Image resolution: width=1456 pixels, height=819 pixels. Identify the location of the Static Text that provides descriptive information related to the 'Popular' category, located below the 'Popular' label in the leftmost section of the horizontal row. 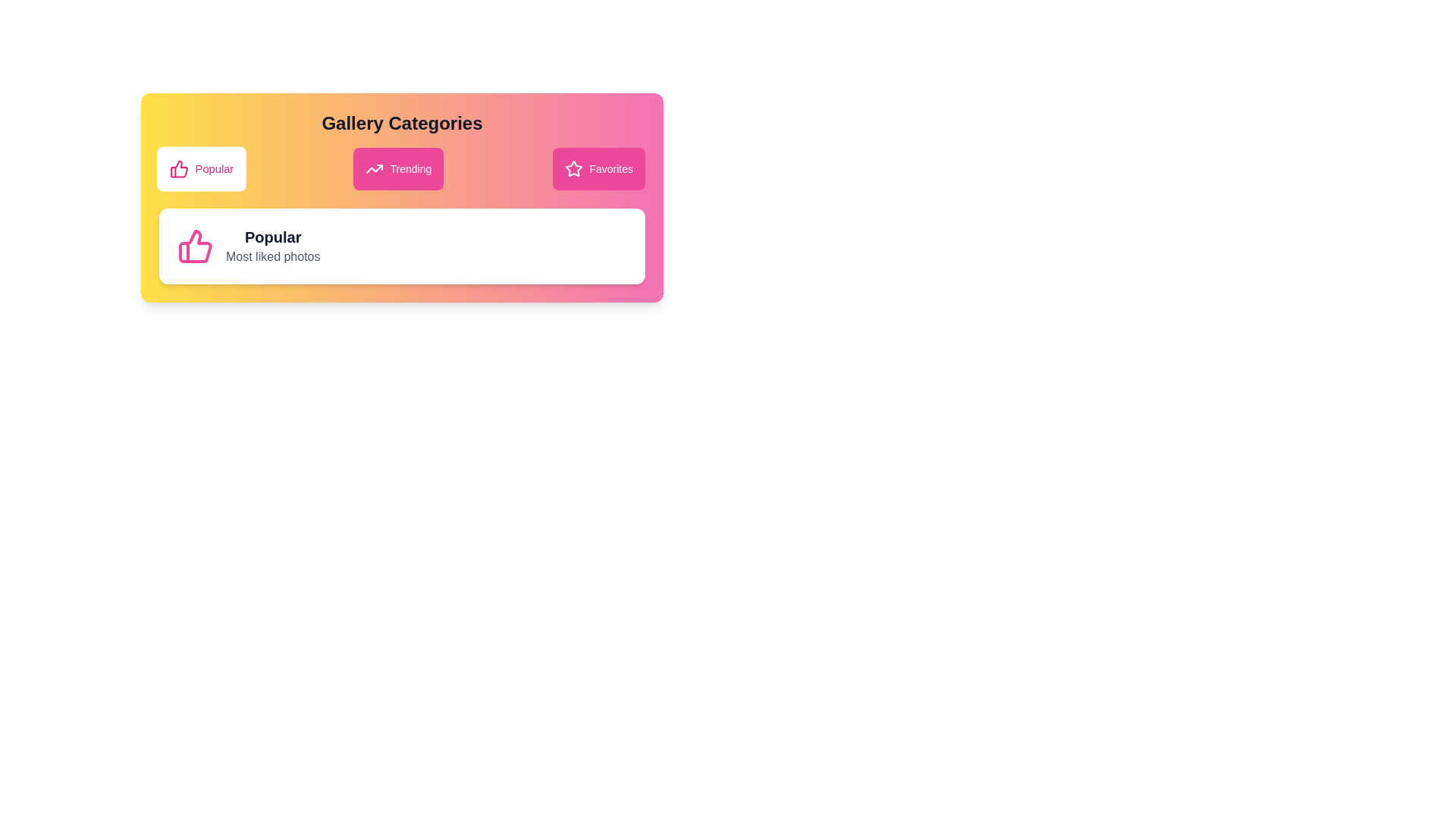
(273, 256).